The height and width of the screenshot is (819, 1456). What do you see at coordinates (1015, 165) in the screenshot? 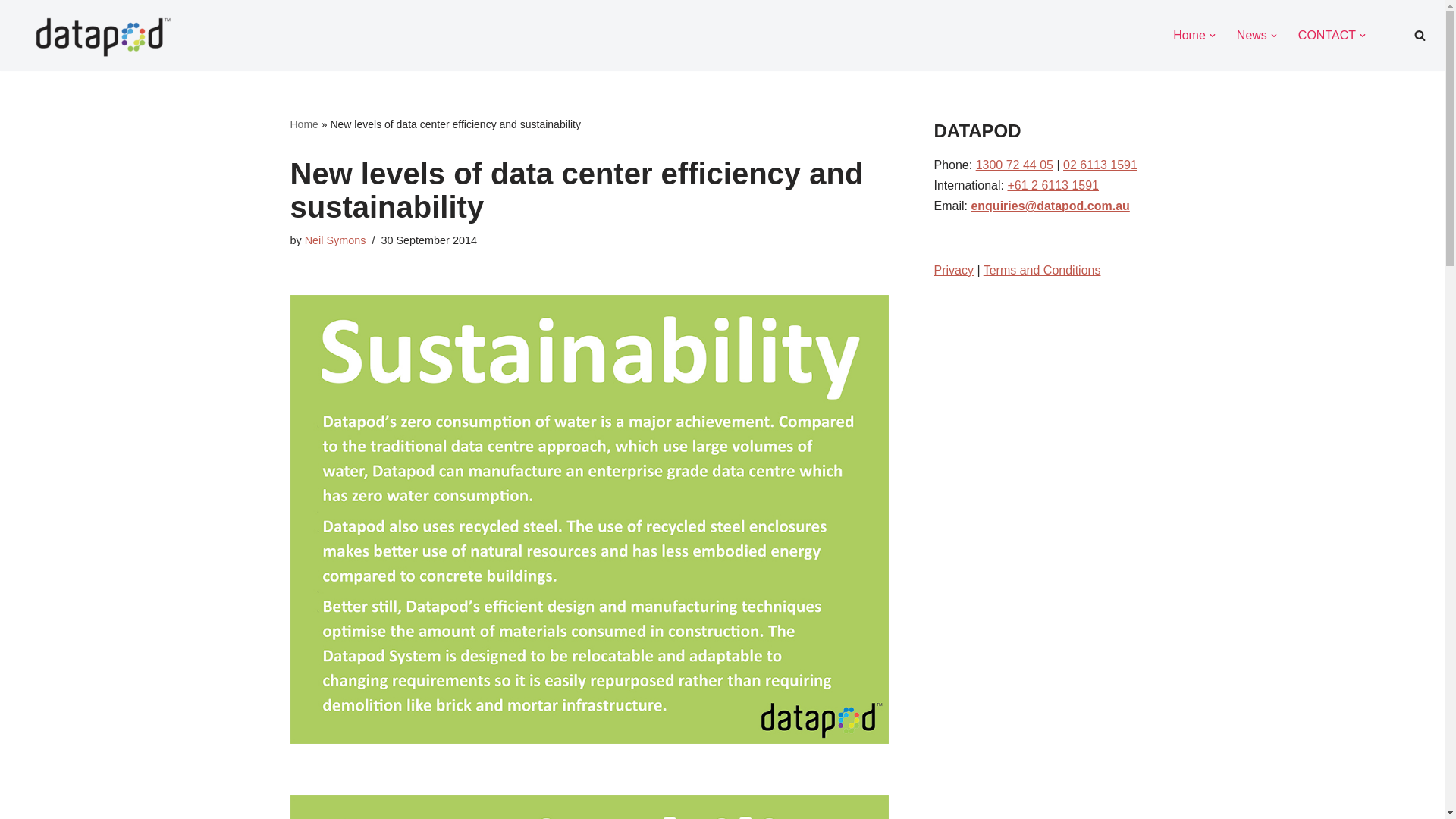
I see `'1300 72 44 05'` at bounding box center [1015, 165].